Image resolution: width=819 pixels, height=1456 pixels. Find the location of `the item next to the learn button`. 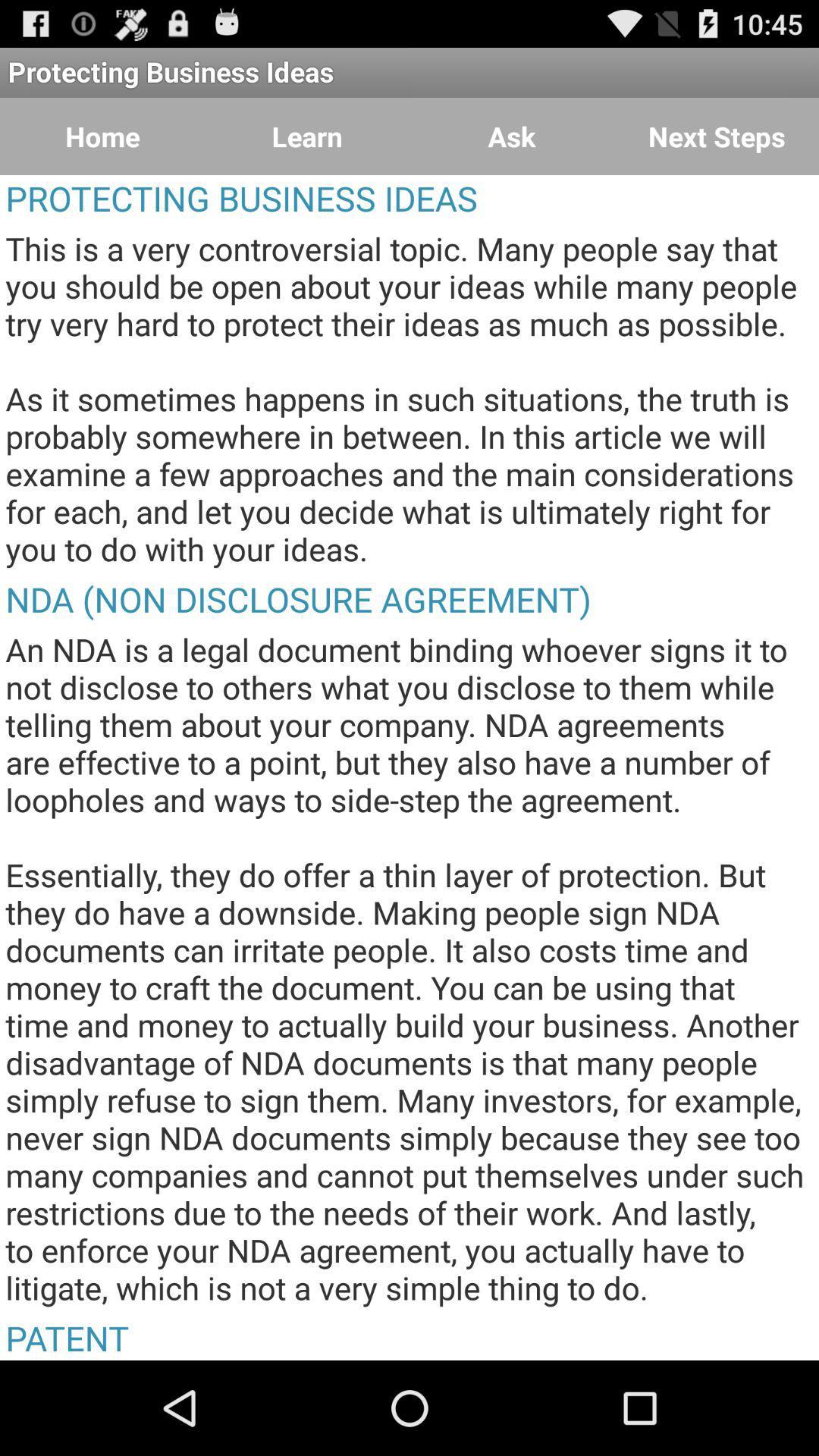

the item next to the learn button is located at coordinates (512, 136).